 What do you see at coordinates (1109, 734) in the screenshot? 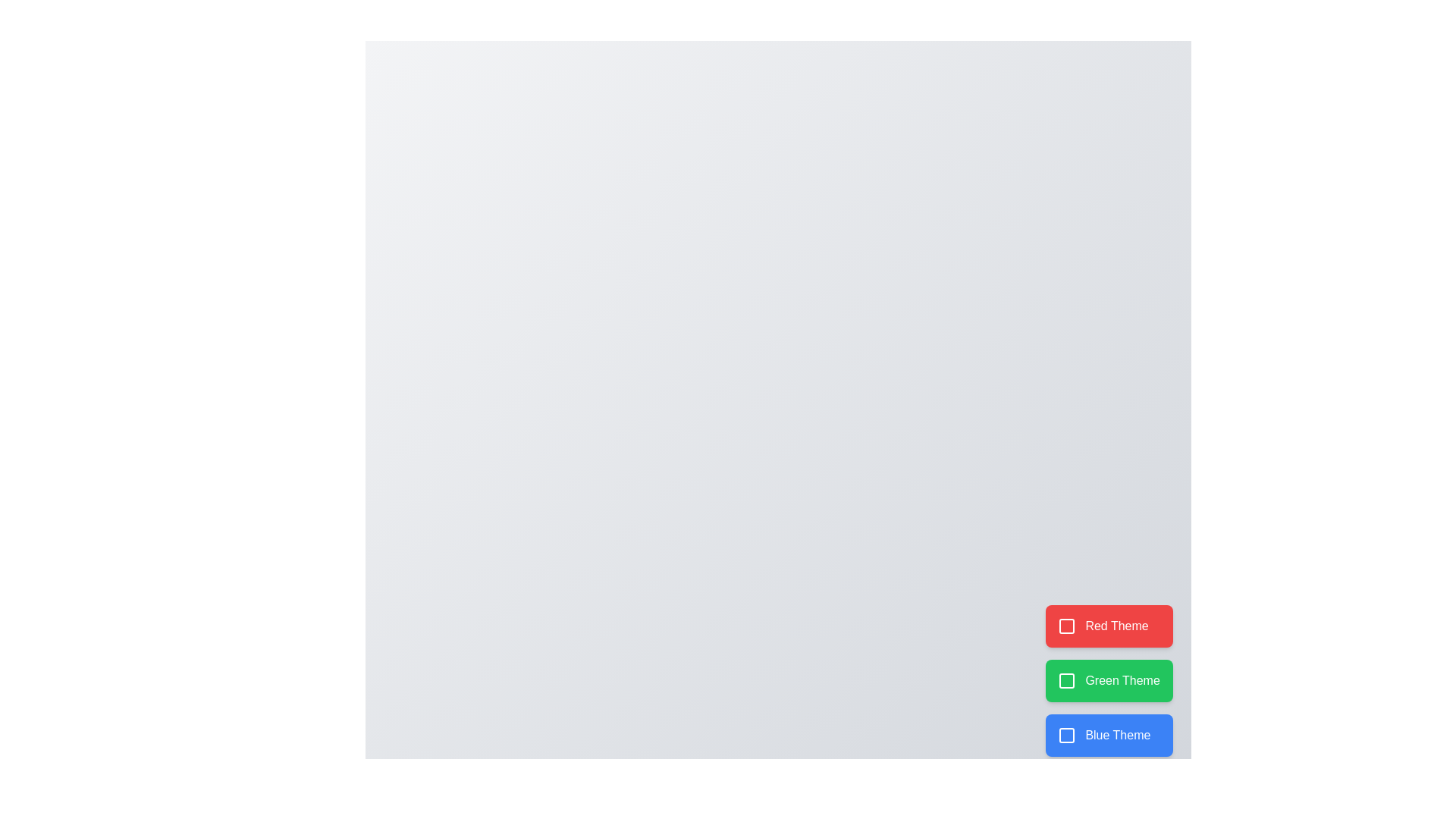
I see `the button corresponding to the selected theme: Blue` at bounding box center [1109, 734].